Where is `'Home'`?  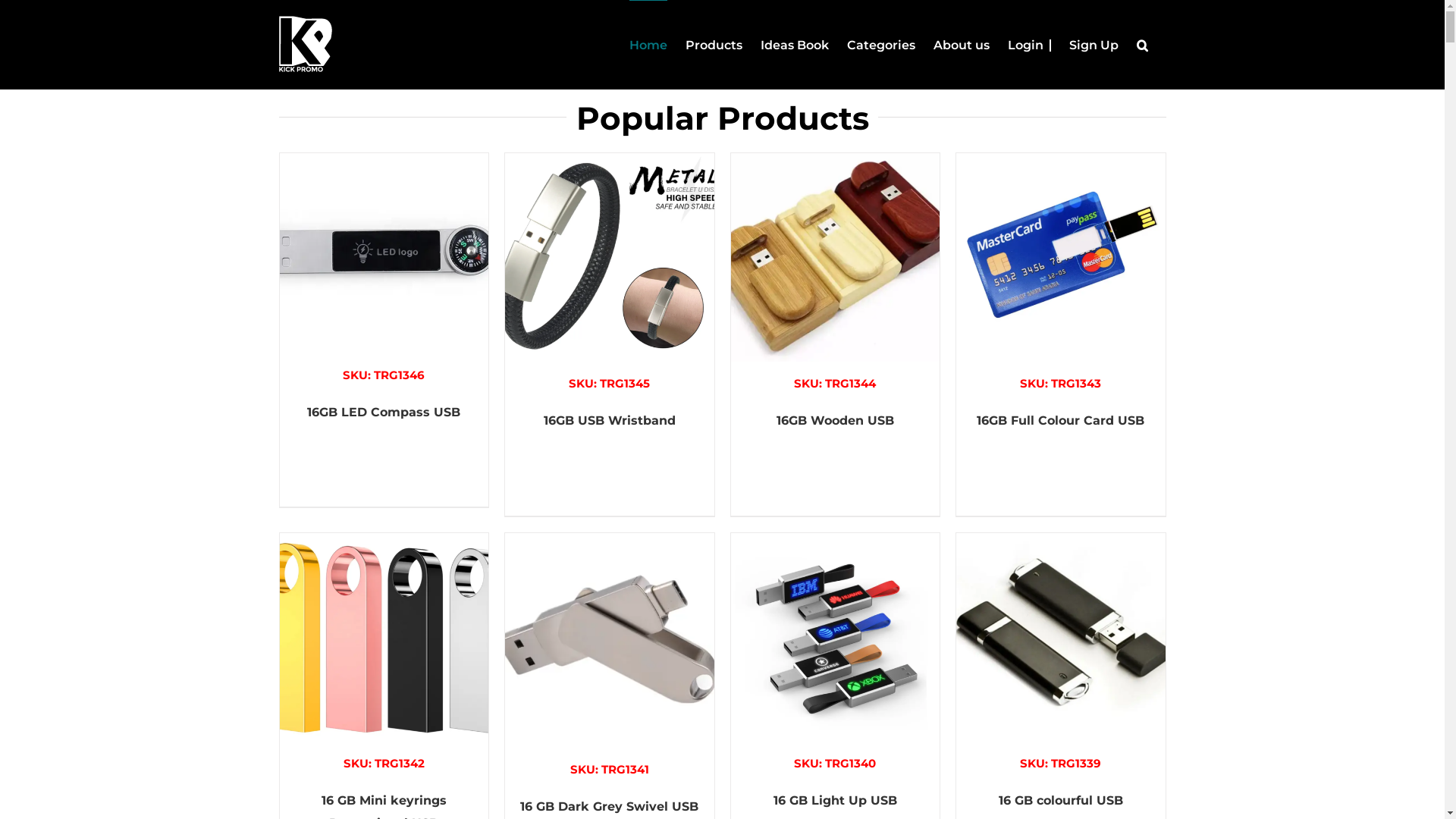 'Home' is located at coordinates (648, 43).